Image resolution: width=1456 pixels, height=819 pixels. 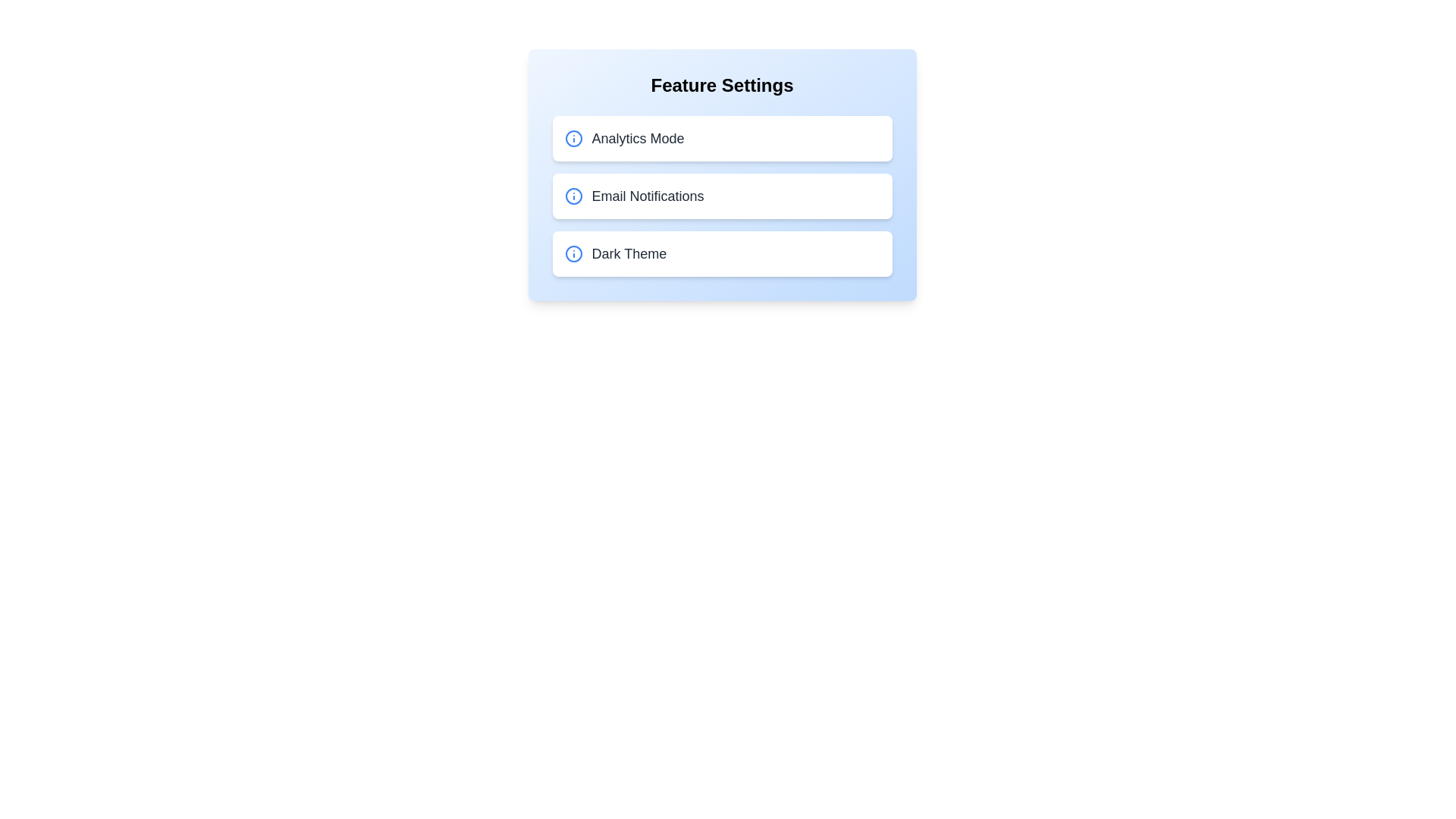 What do you see at coordinates (573, 138) in the screenshot?
I see `the info icon for Analytics Mode to view additional details` at bounding box center [573, 138].